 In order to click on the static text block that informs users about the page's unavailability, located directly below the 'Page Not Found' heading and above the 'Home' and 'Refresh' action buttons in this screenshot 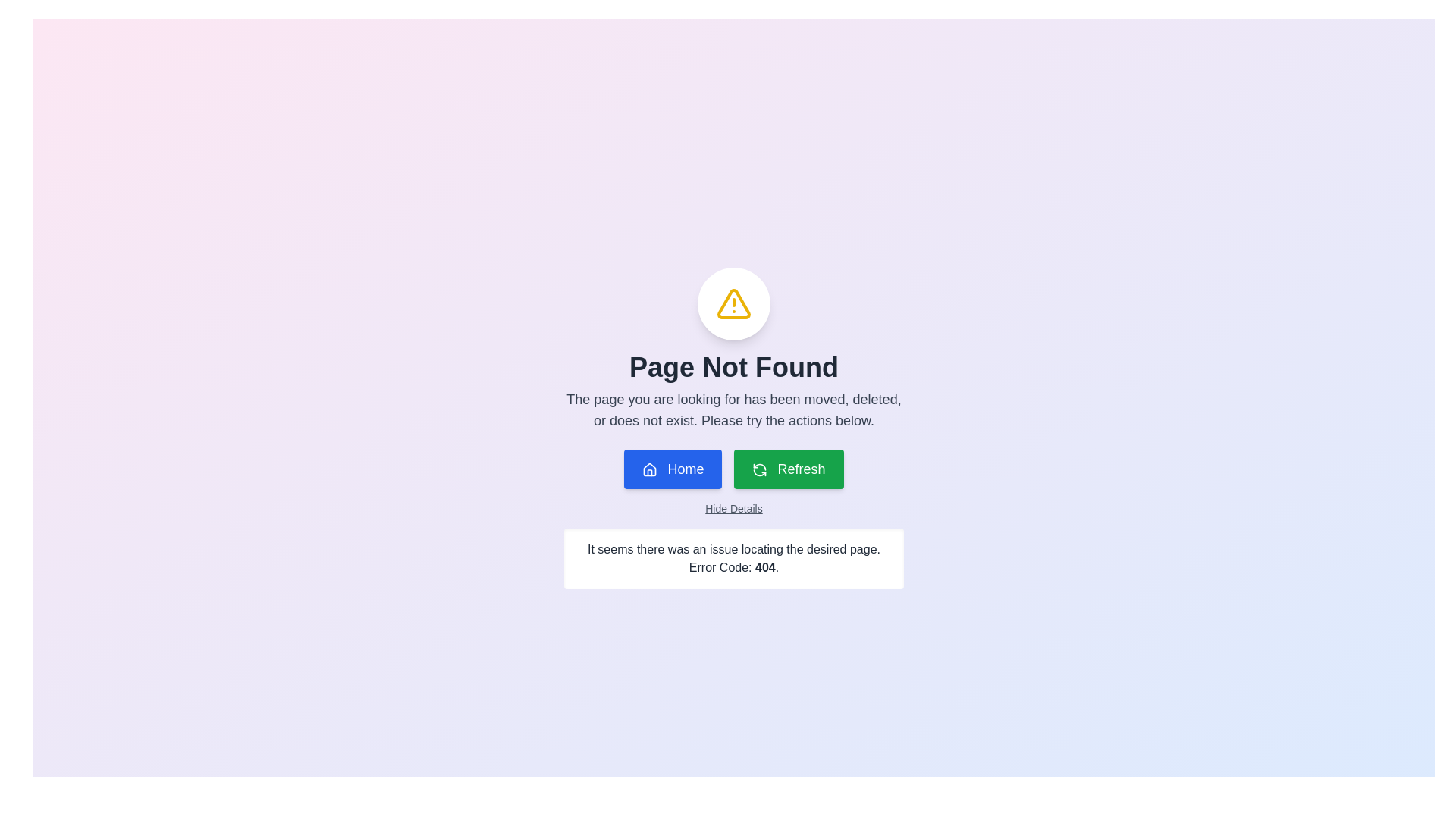, I will do `click(734, 409)`.